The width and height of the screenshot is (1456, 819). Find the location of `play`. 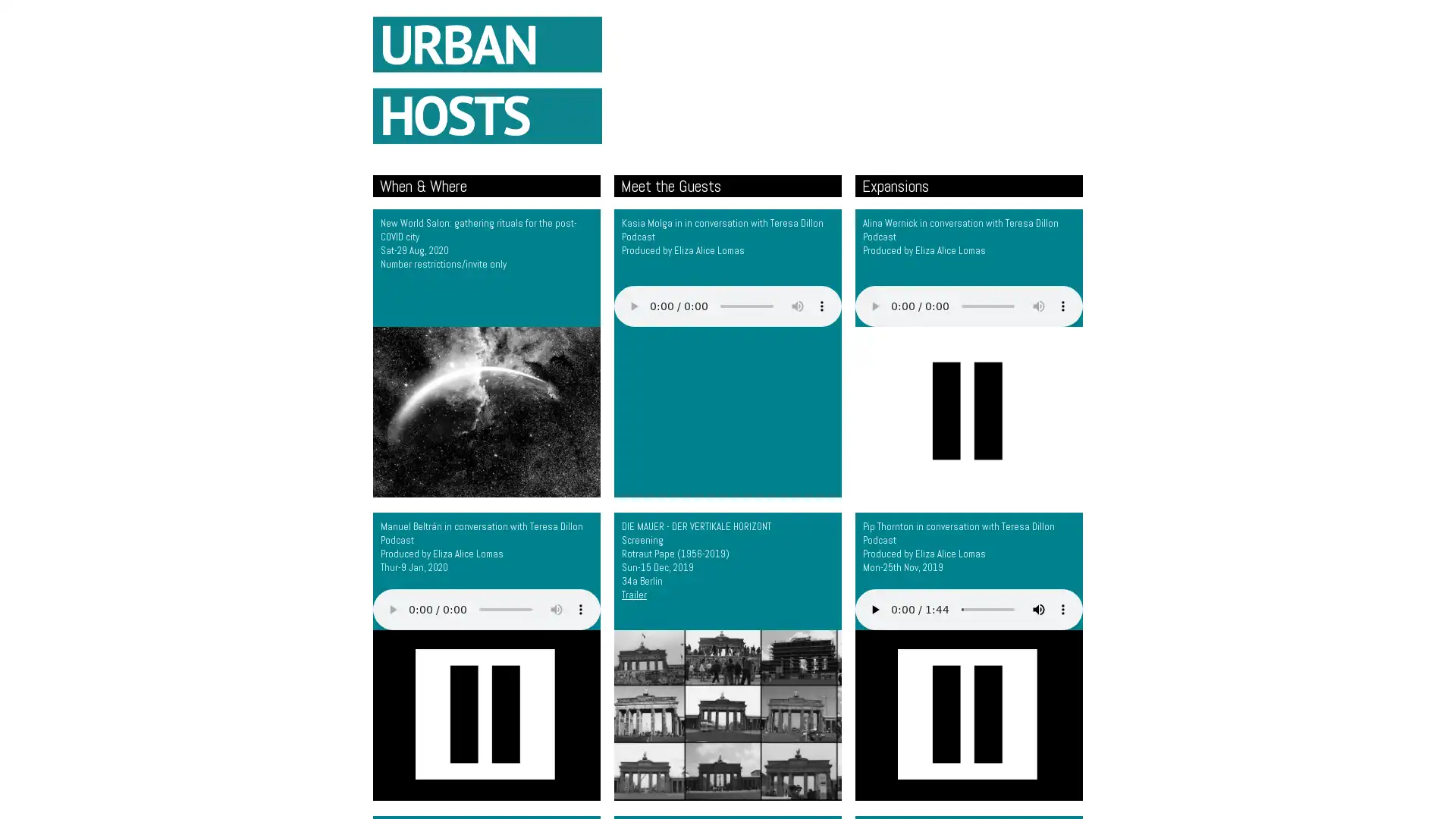

play is located at coordinates (393, 608).